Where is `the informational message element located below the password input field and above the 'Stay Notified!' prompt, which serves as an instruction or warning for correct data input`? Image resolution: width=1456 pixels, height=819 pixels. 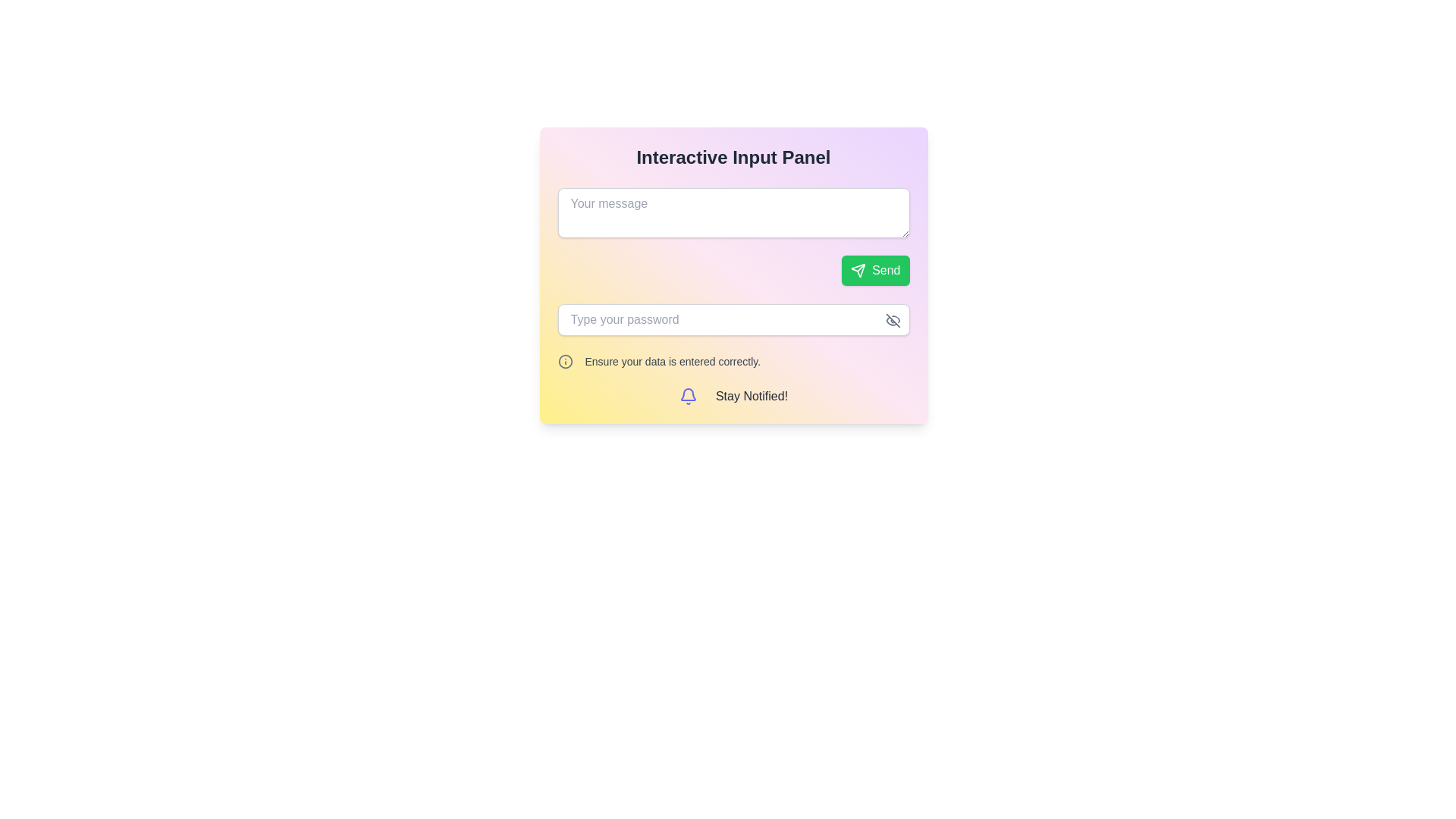 the informational message element located below the password input field and above the 'Stay Notified!' prompt, which serves as an instruction or warning for correct data input is located at coordinates (733, 362).